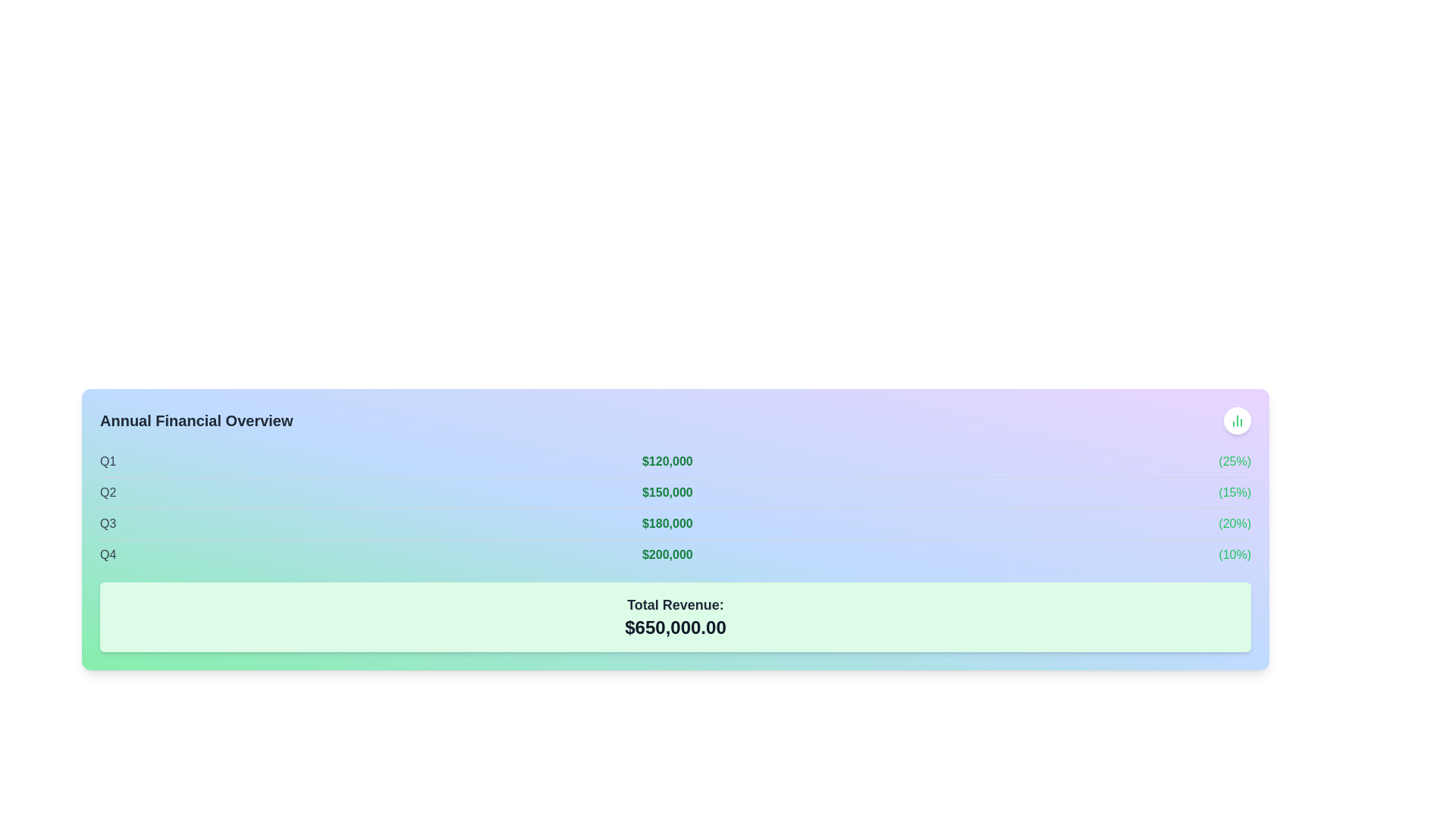 Image resolution: width=1456 pixels, height=819 pixels. I want to click on the fourth quarter financial data element in the 'Annual Financial Overview' section, which displays the total amount and its percentage contribution, so click(675, 554).